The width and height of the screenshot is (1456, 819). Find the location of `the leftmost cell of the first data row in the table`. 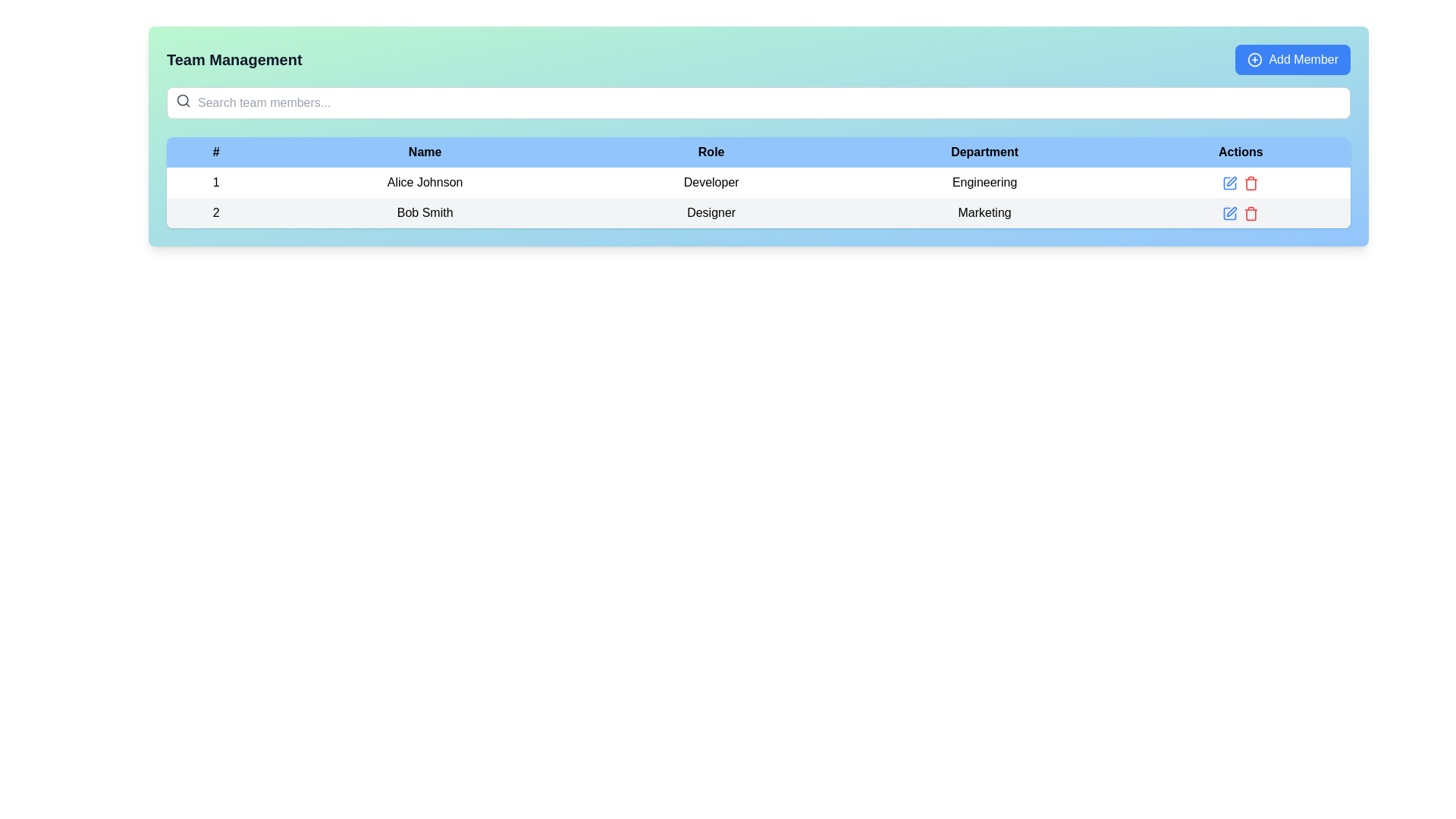

the leftmost cell of the first data row in the table is located at coordinates (215, 181).